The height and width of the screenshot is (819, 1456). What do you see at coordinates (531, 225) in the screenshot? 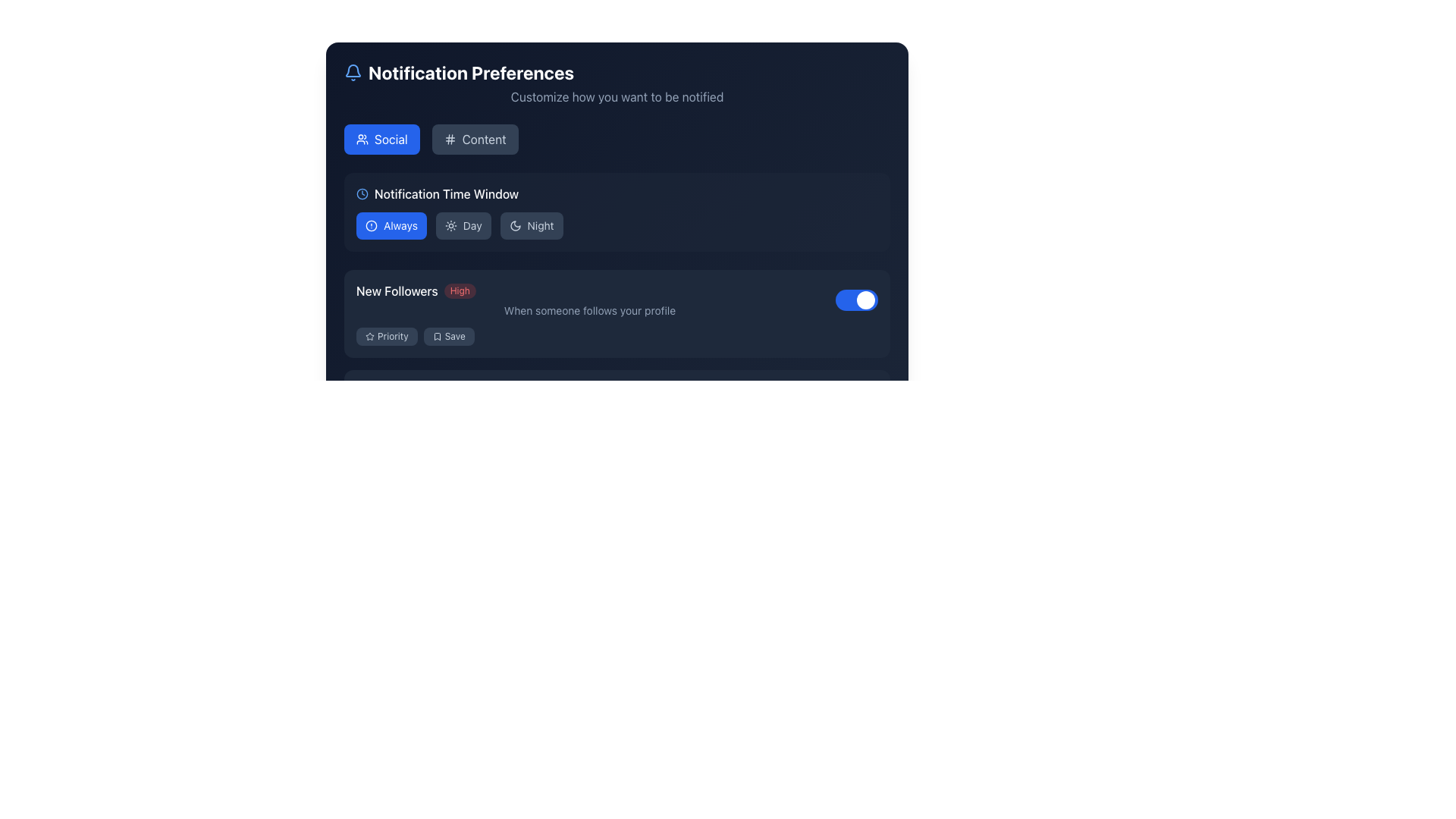
I see `the 'Night' notification time window button located in the notification preference section under the 'Notification Time Window' label, which is the third option in a horizontal button group` at bounding box center [531, 225].